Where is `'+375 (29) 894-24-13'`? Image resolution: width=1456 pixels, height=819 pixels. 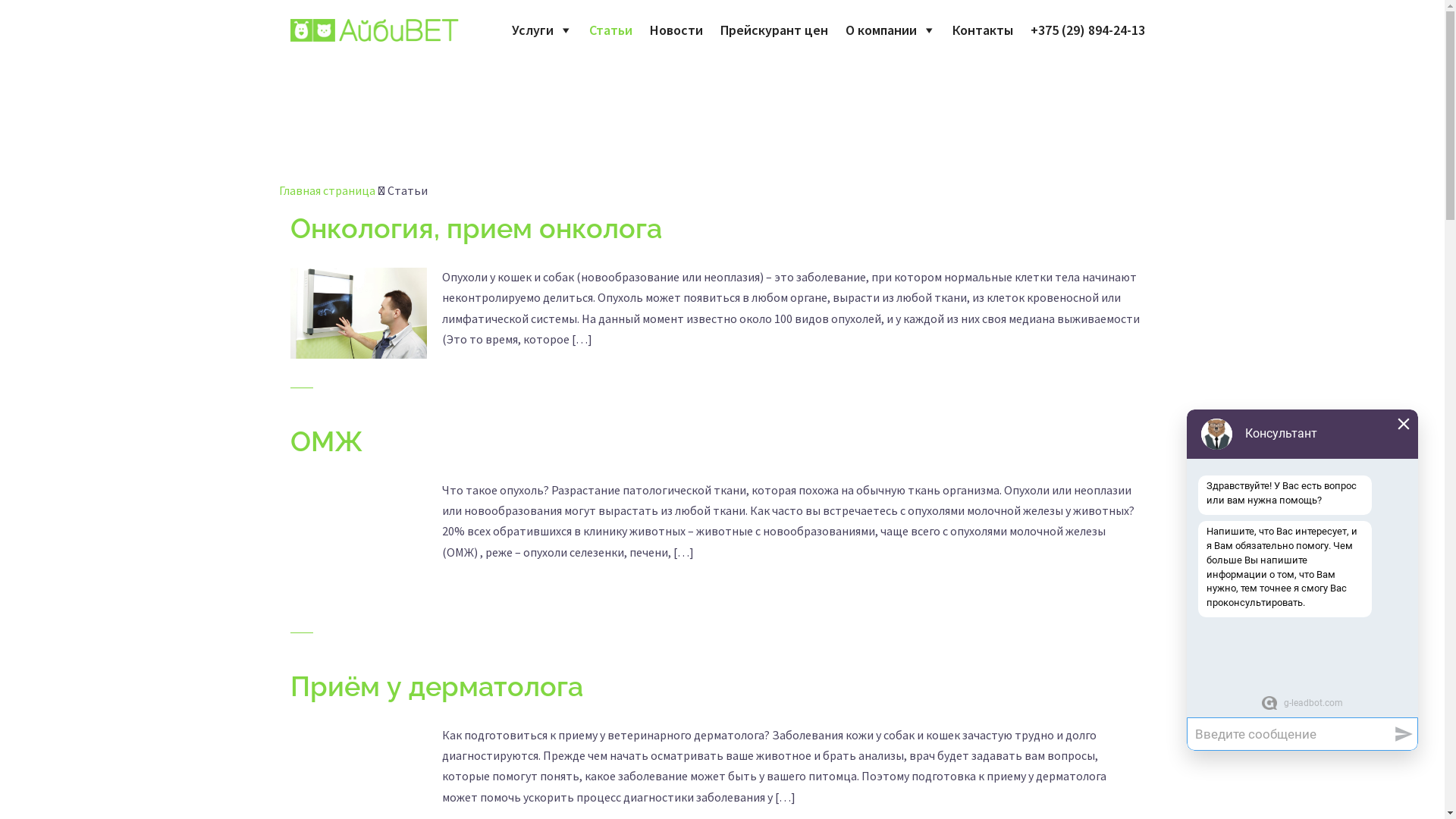
'+375 (29) 894-24-13' is located at coordinates (1086, 30).